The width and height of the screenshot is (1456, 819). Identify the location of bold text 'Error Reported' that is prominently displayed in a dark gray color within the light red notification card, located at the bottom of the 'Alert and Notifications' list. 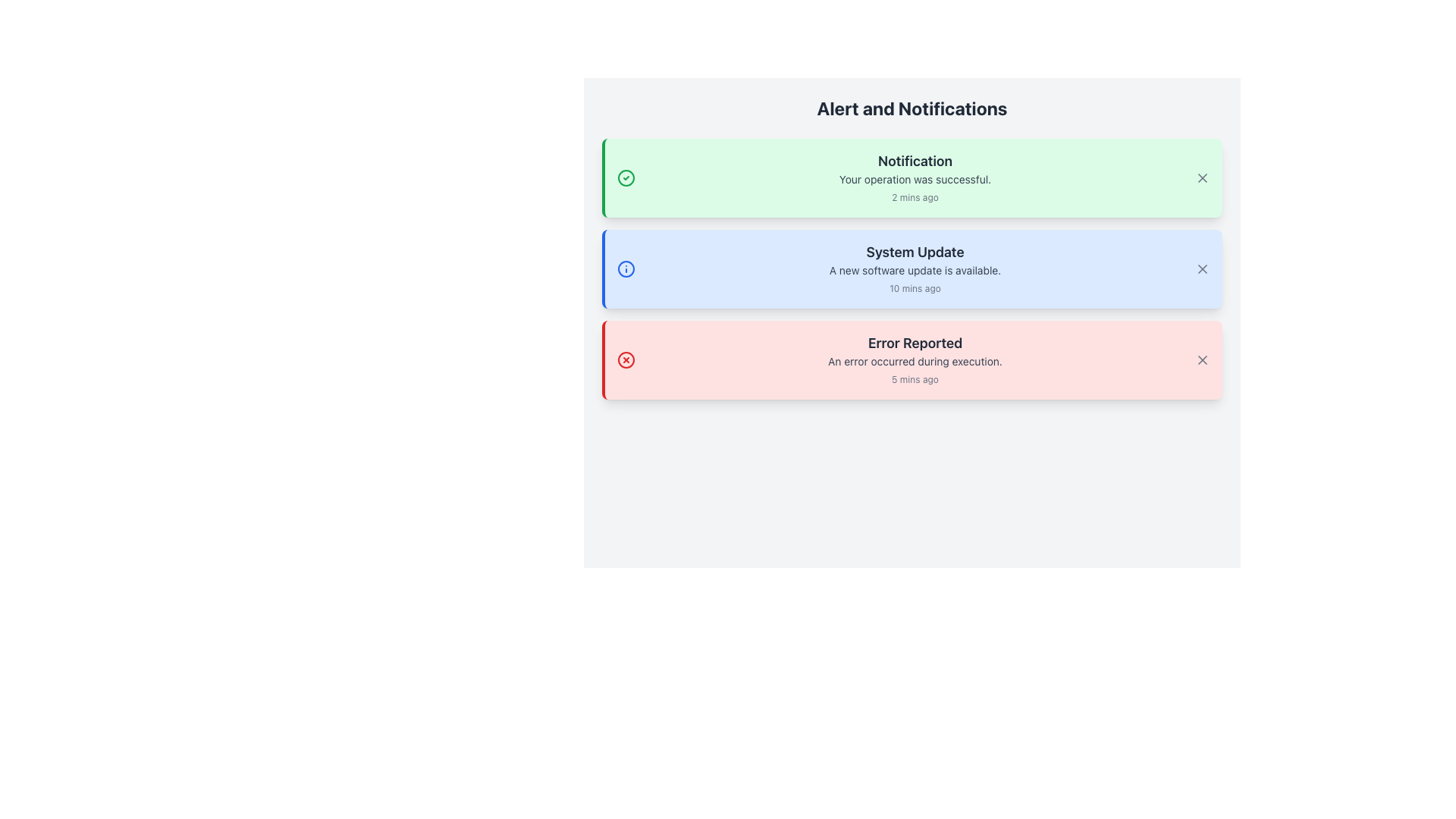
(914, 343).